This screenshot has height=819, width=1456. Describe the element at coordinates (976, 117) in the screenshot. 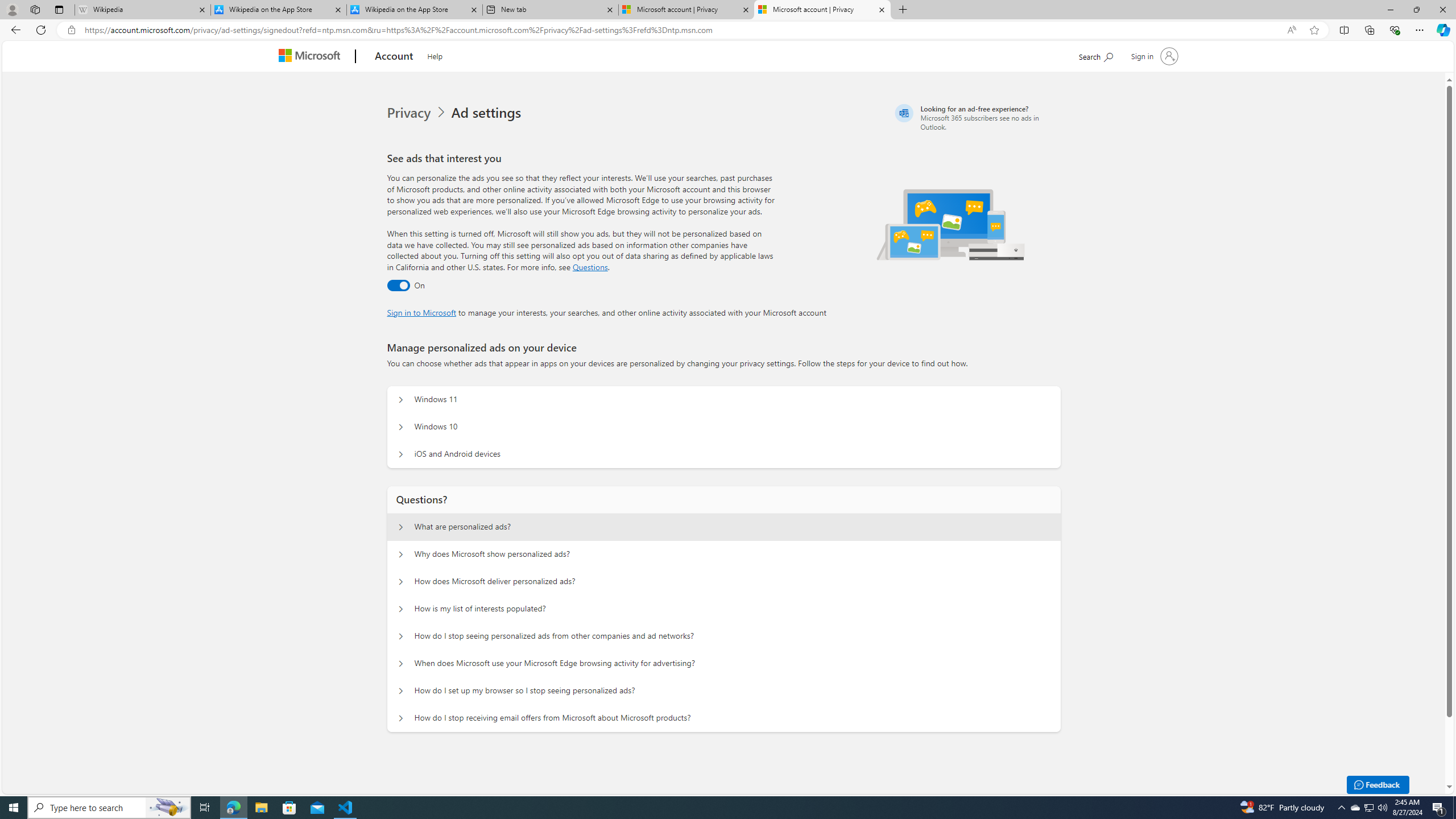

I see `'Looking for an ad-free experience?'` at that location.